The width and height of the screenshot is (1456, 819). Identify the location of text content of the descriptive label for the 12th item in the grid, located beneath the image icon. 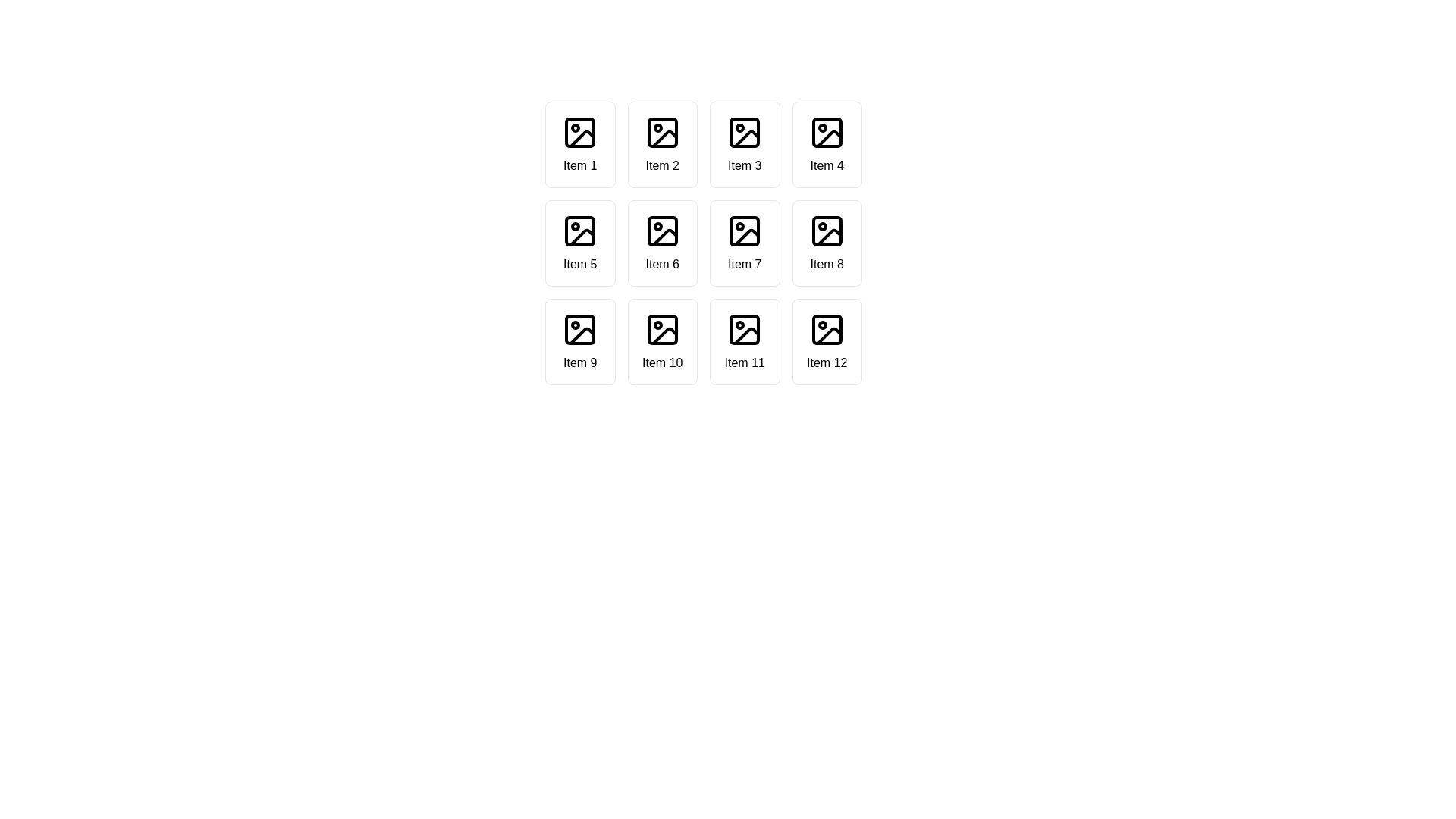
(826, 362).